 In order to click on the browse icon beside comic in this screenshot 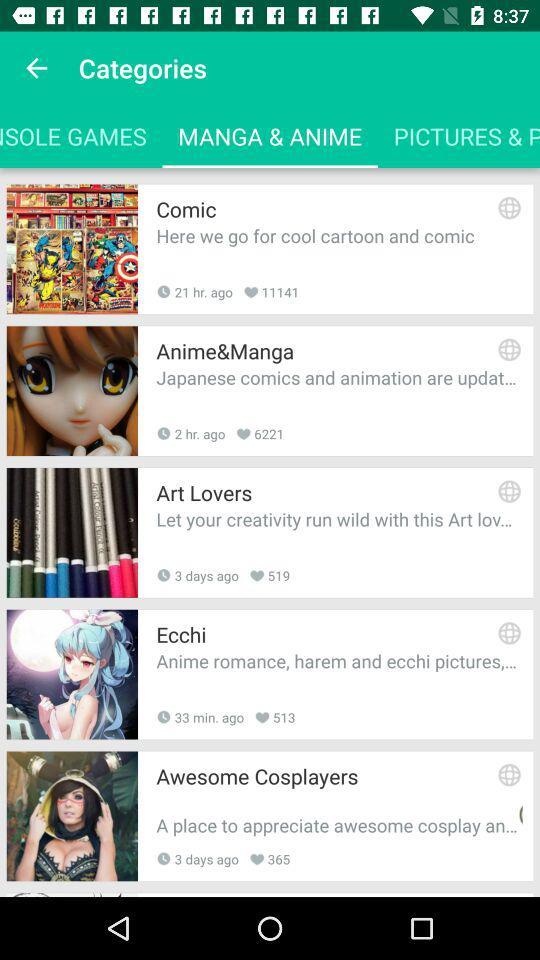, I will do `click(509, 208)`.